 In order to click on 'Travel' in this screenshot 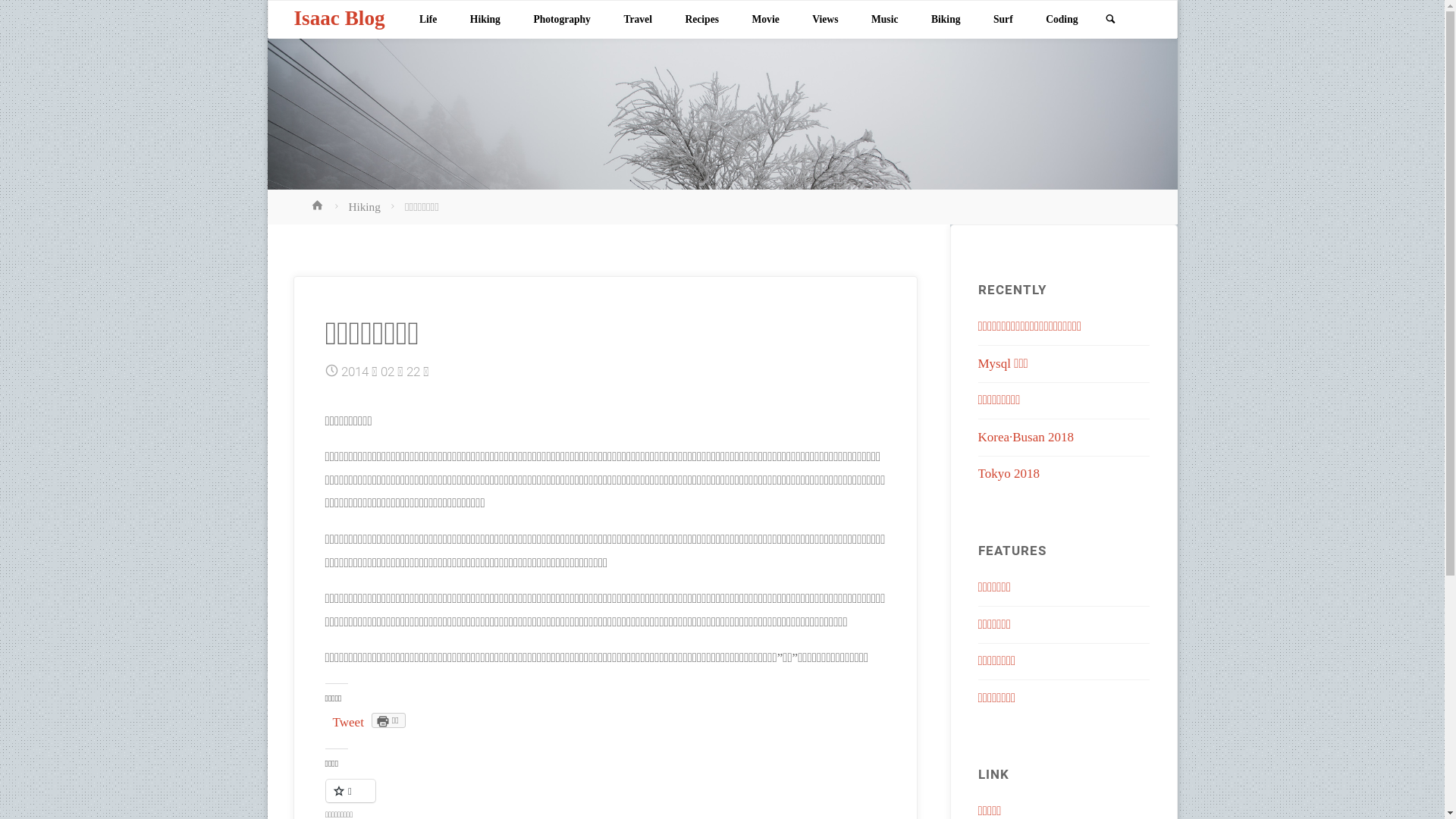, I will do `click(638, 20)`.